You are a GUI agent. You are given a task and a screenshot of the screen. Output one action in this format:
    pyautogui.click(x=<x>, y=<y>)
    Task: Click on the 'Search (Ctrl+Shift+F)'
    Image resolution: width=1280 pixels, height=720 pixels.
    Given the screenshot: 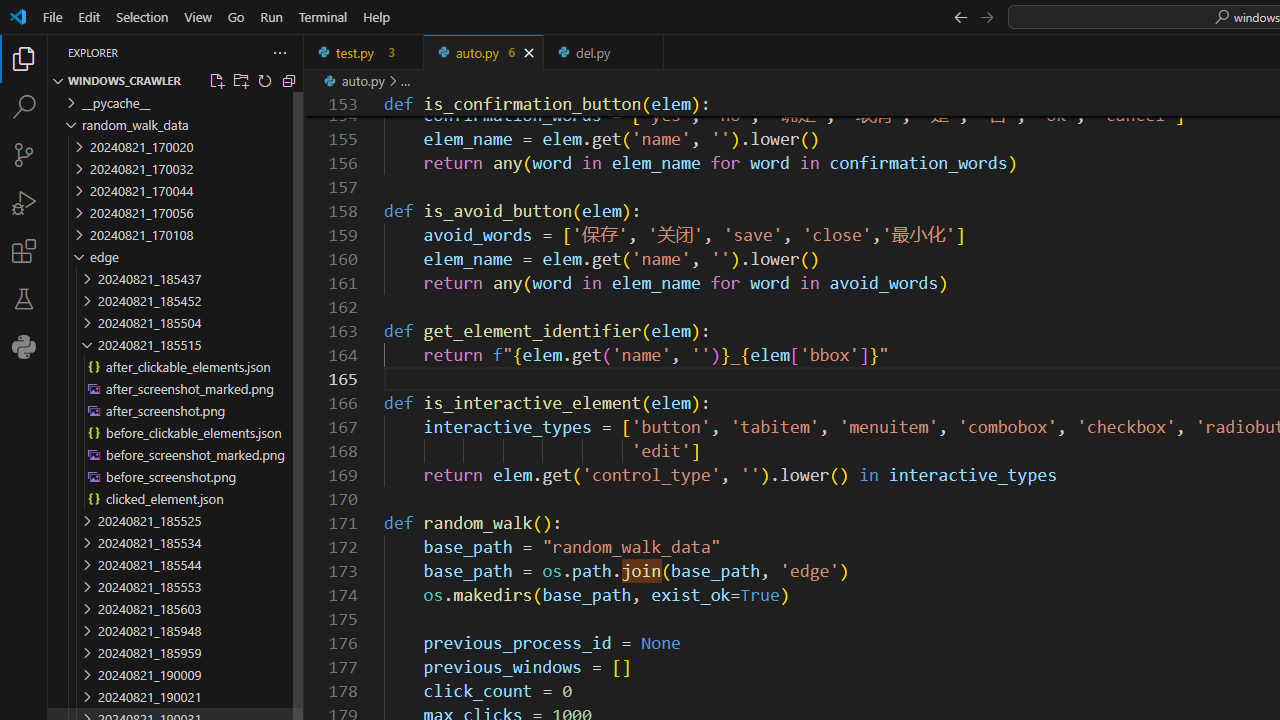 What is the action you would take?
    pyautogui.click(x=24, y=106)
    